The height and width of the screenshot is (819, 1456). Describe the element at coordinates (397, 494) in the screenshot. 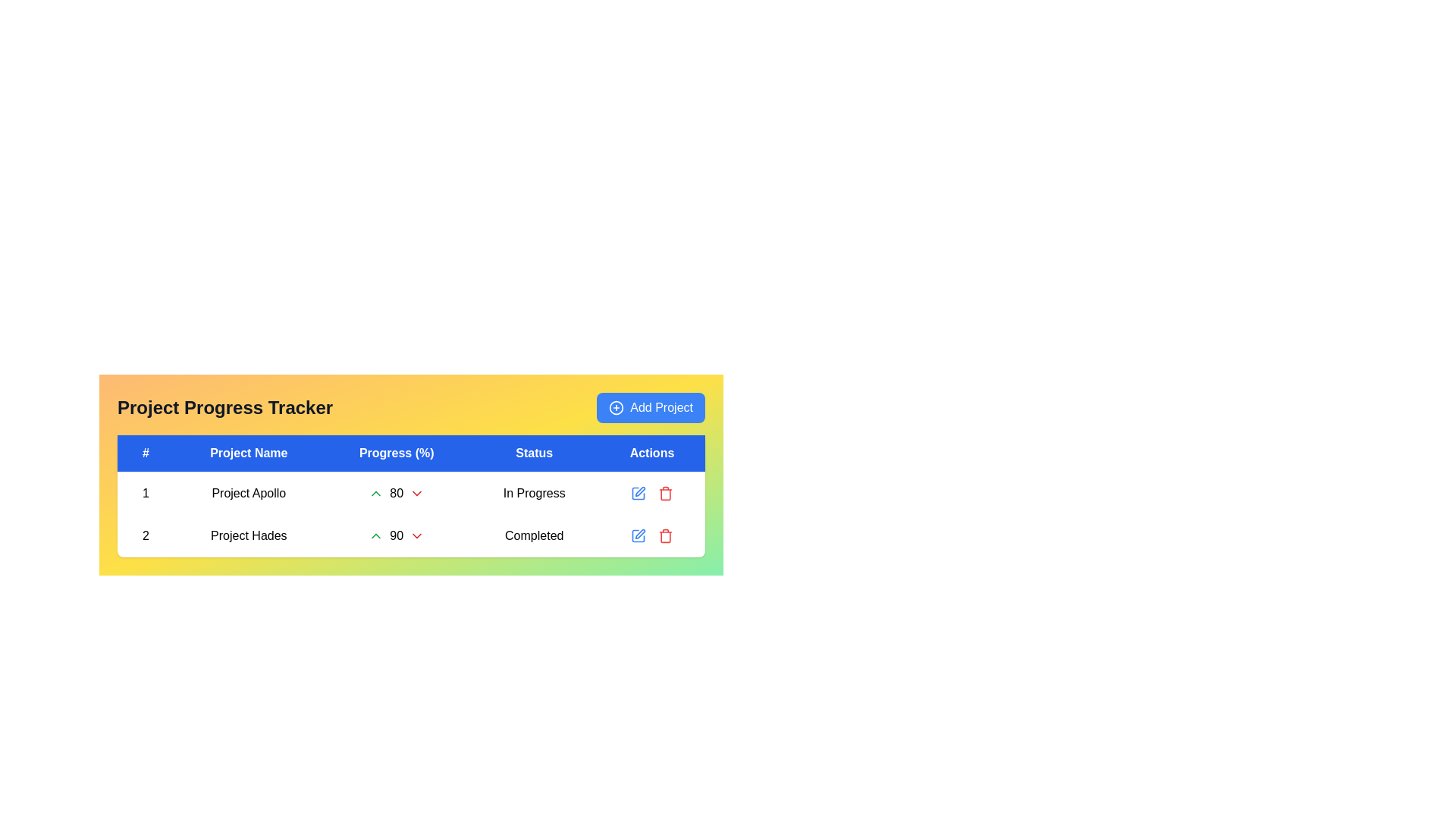

I see `the numeric value '80' displayed centrally between the upward green arrow and downward red arrow icons in the 'Progress (%)' column for 'Project Apollo'` at that location.